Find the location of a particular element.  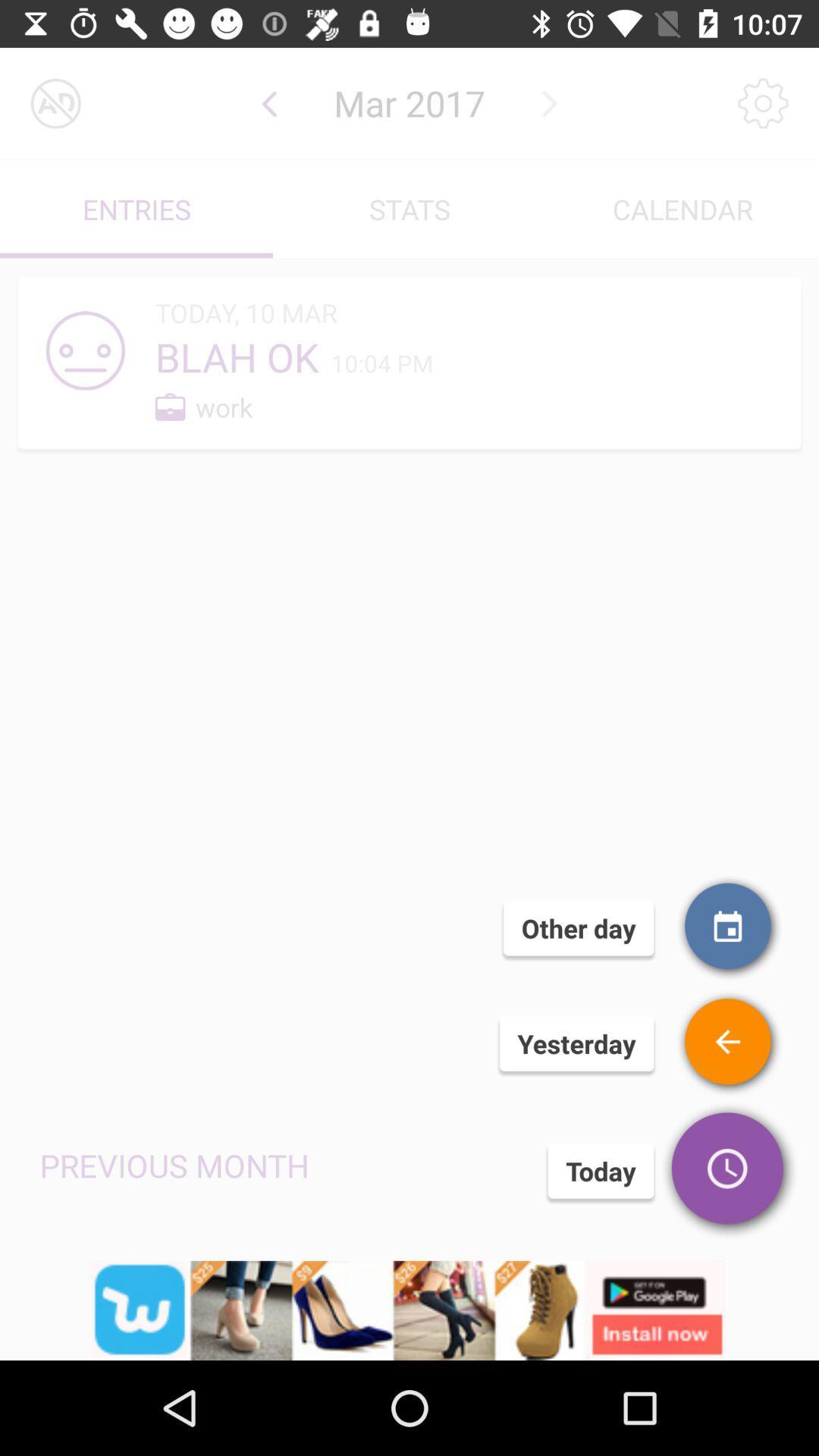

icon right to today text is located at coordinates (728, 1171).